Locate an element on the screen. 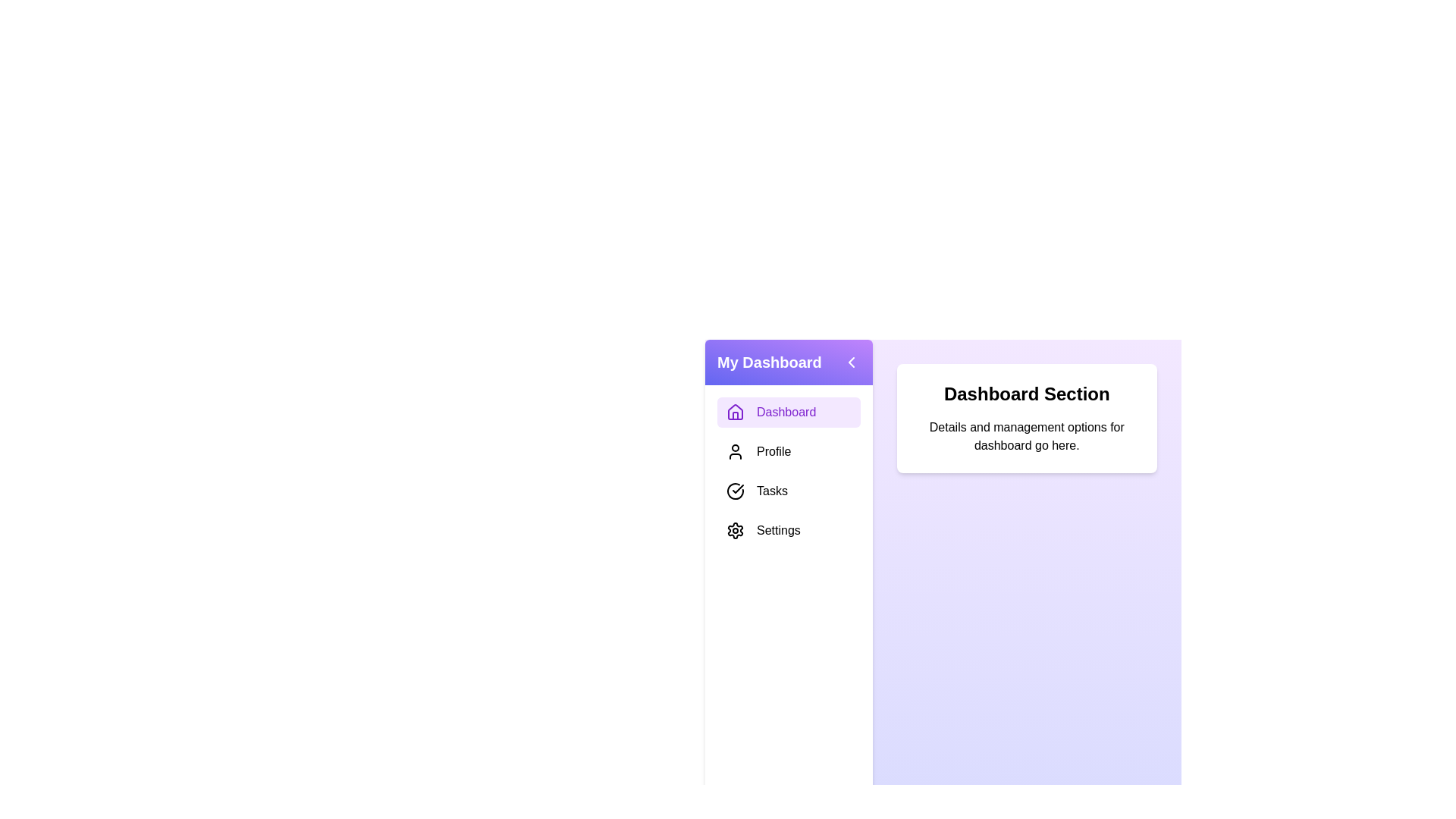 The height and width of the screenshot is (819, 1456). the purple house-shaped icon in the left sidebar that represents the Dashboard is located at coordinates (735, 412).